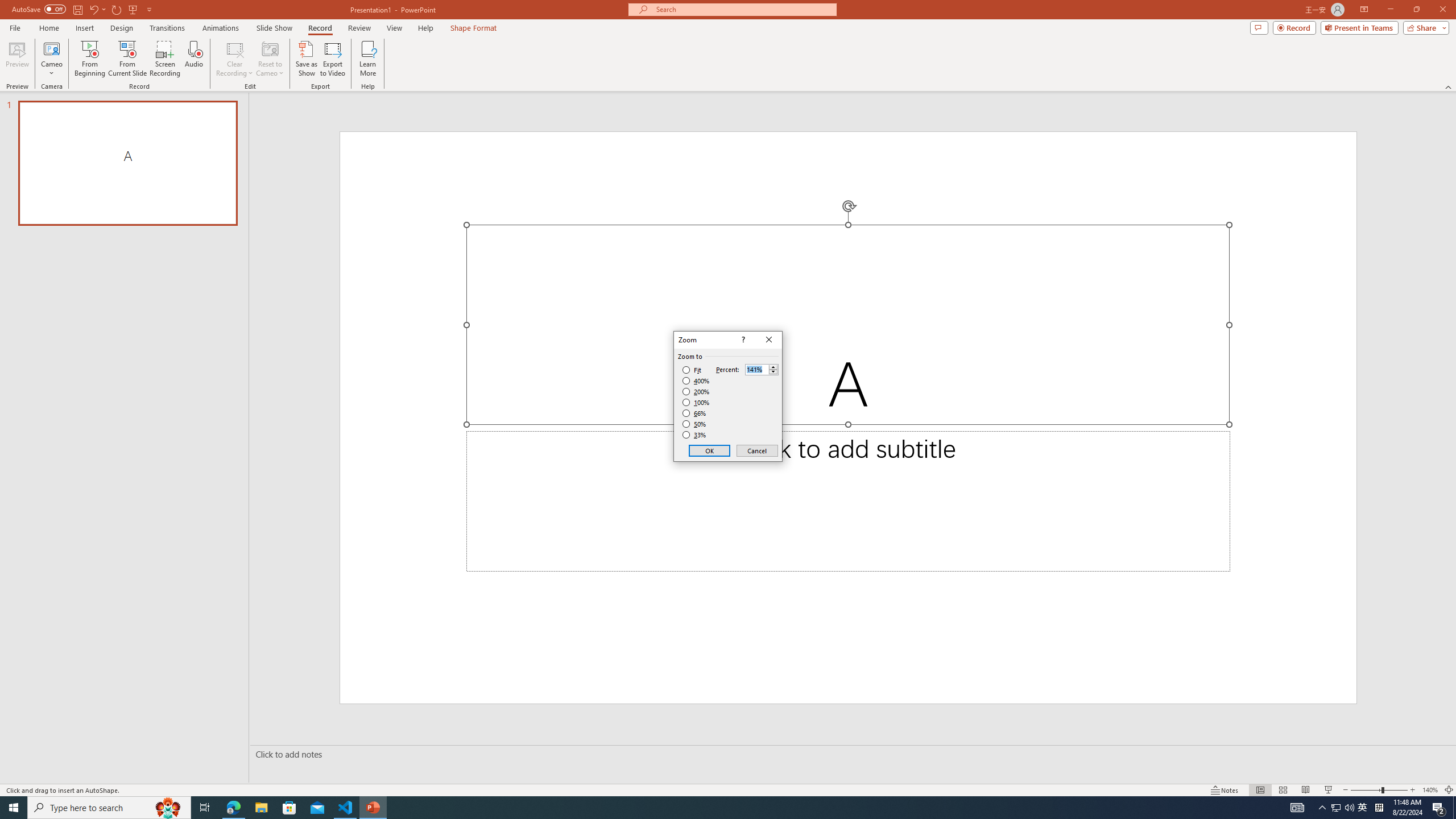 The width and height of the screenshot is (1456, 819). What do you see at coordinates (696, 392) in the screenshot?
I see `'200%'` at bounding box center [696, 392].